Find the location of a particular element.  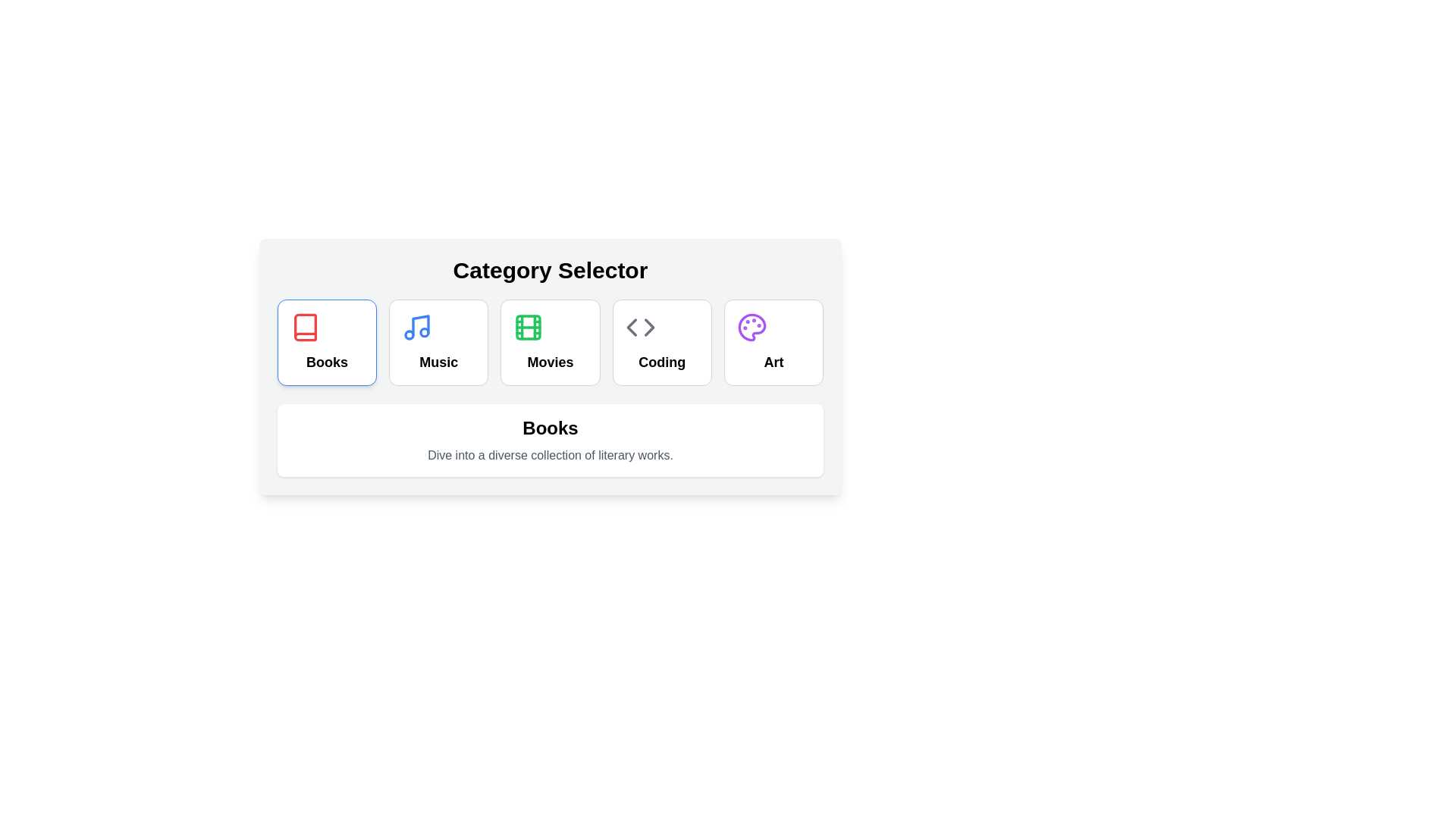

the 'Coding' category selection button located in the 'Category Selector' row, positioned fourth from the left between the 'Movies' and 'Art' cards is located at coordinates (662, 342).